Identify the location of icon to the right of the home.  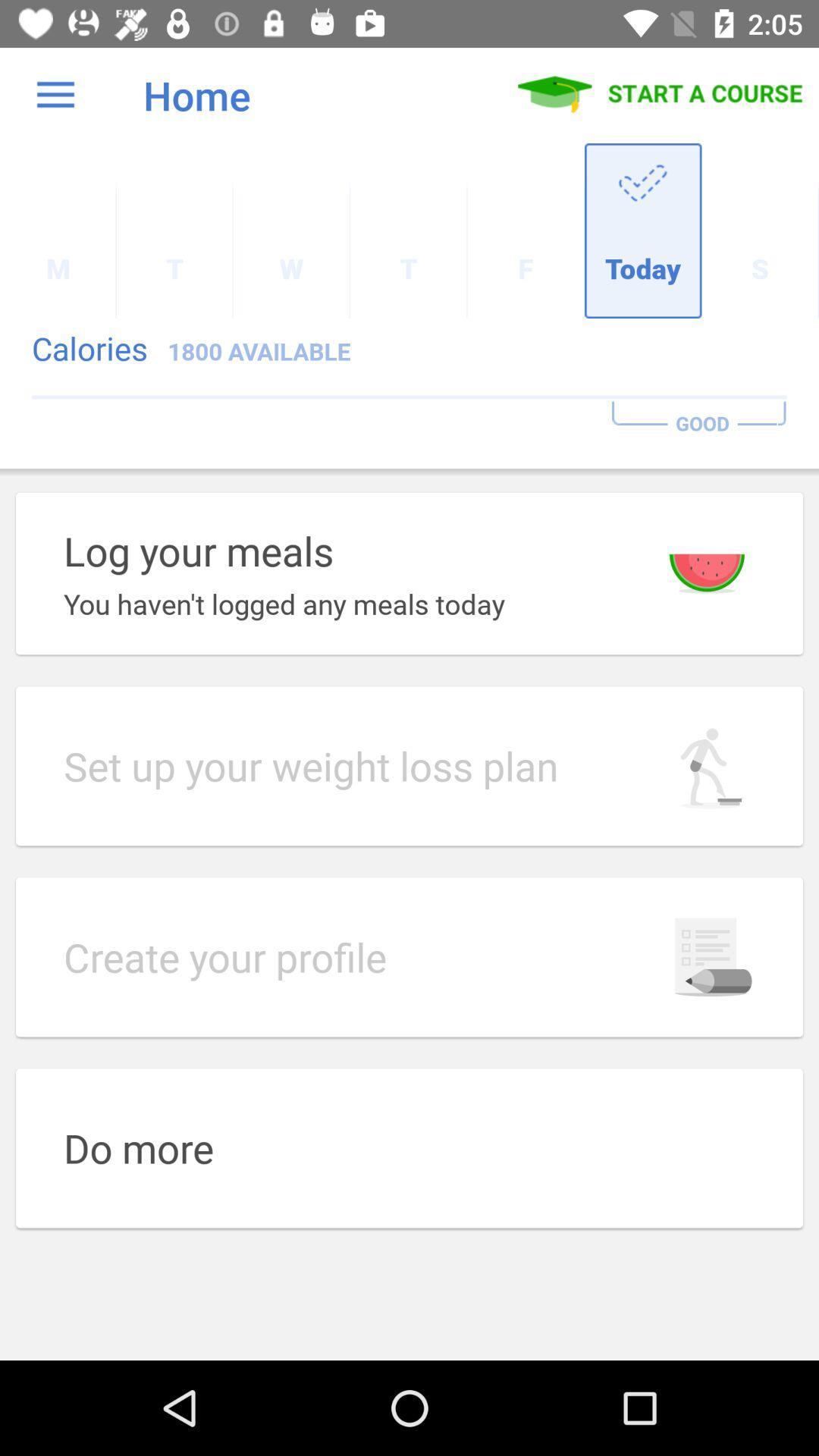
(660, 94).